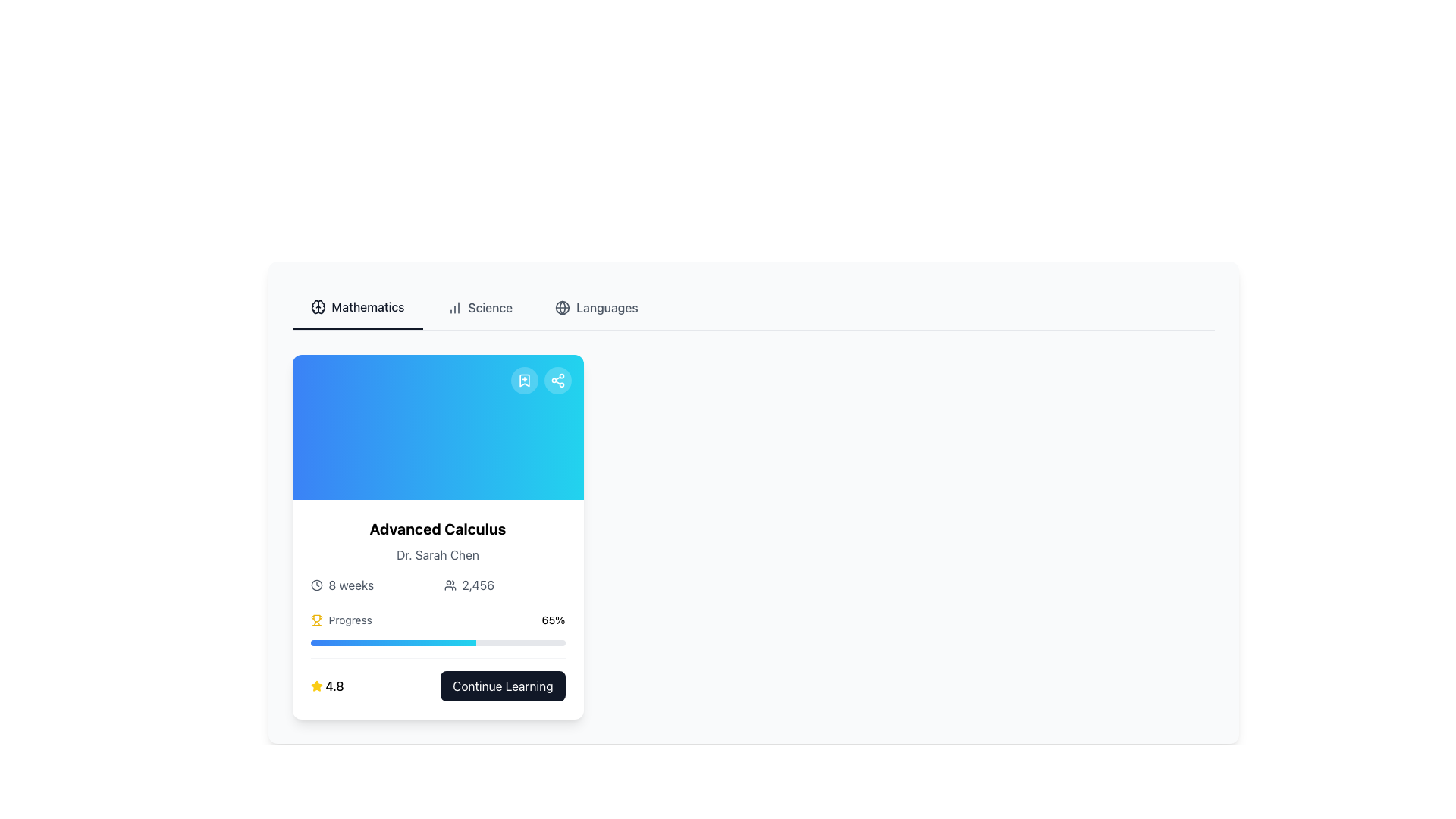 This screenshot has height=819, width=1456. Describe the element at coordinates (557, 379) in the screenshot. I see `the circular button with a translucent white background and a share icon located in the top-right corner of the 'Advanced Calculus' card` at that location.